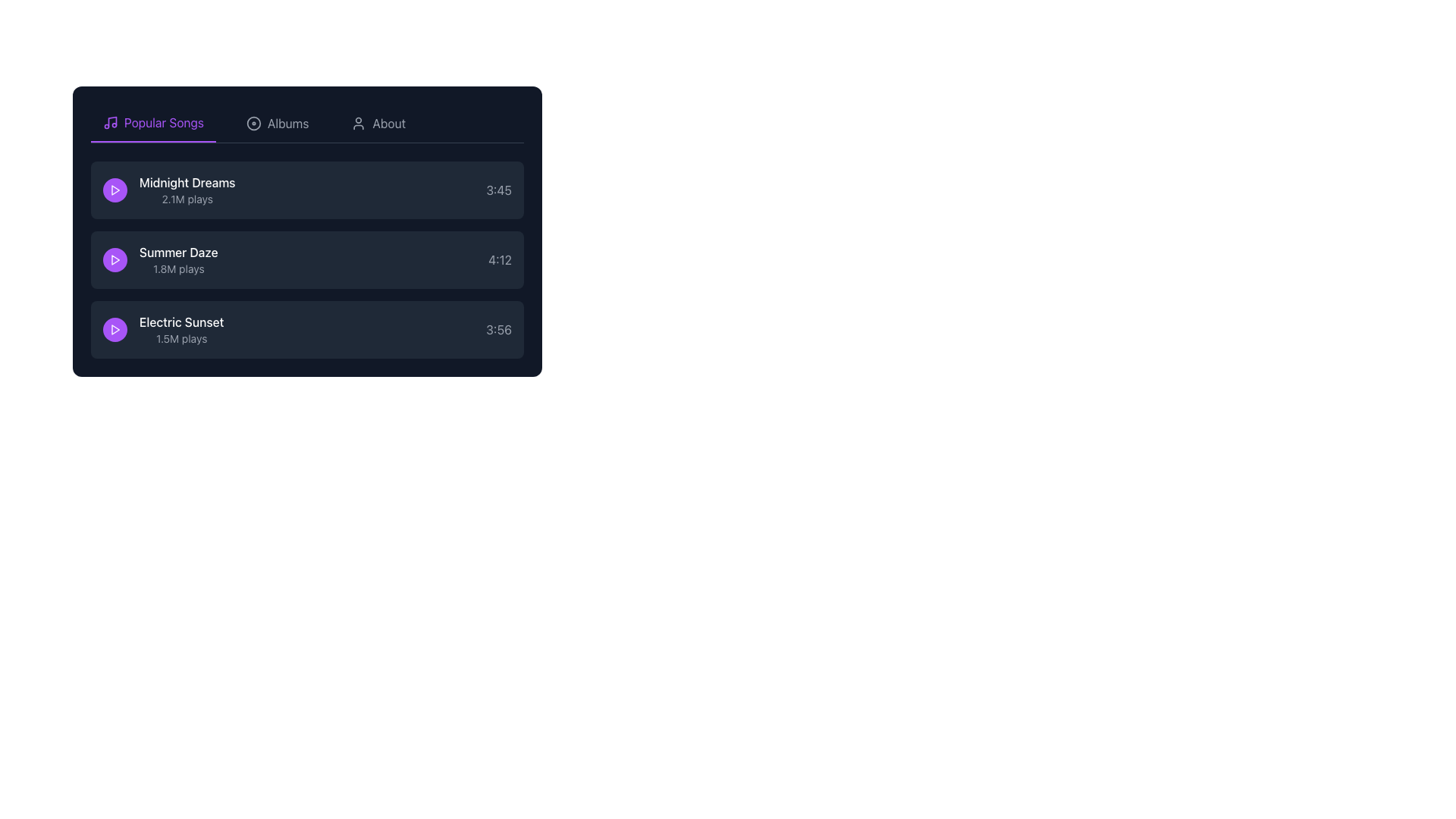  Describe the element at coordinates (181, 338) in the screenshot. I see `the text label indicating the playback count for the song 'Electric Sunset', which is located directly below the song title in the third position of the song list` at that location.